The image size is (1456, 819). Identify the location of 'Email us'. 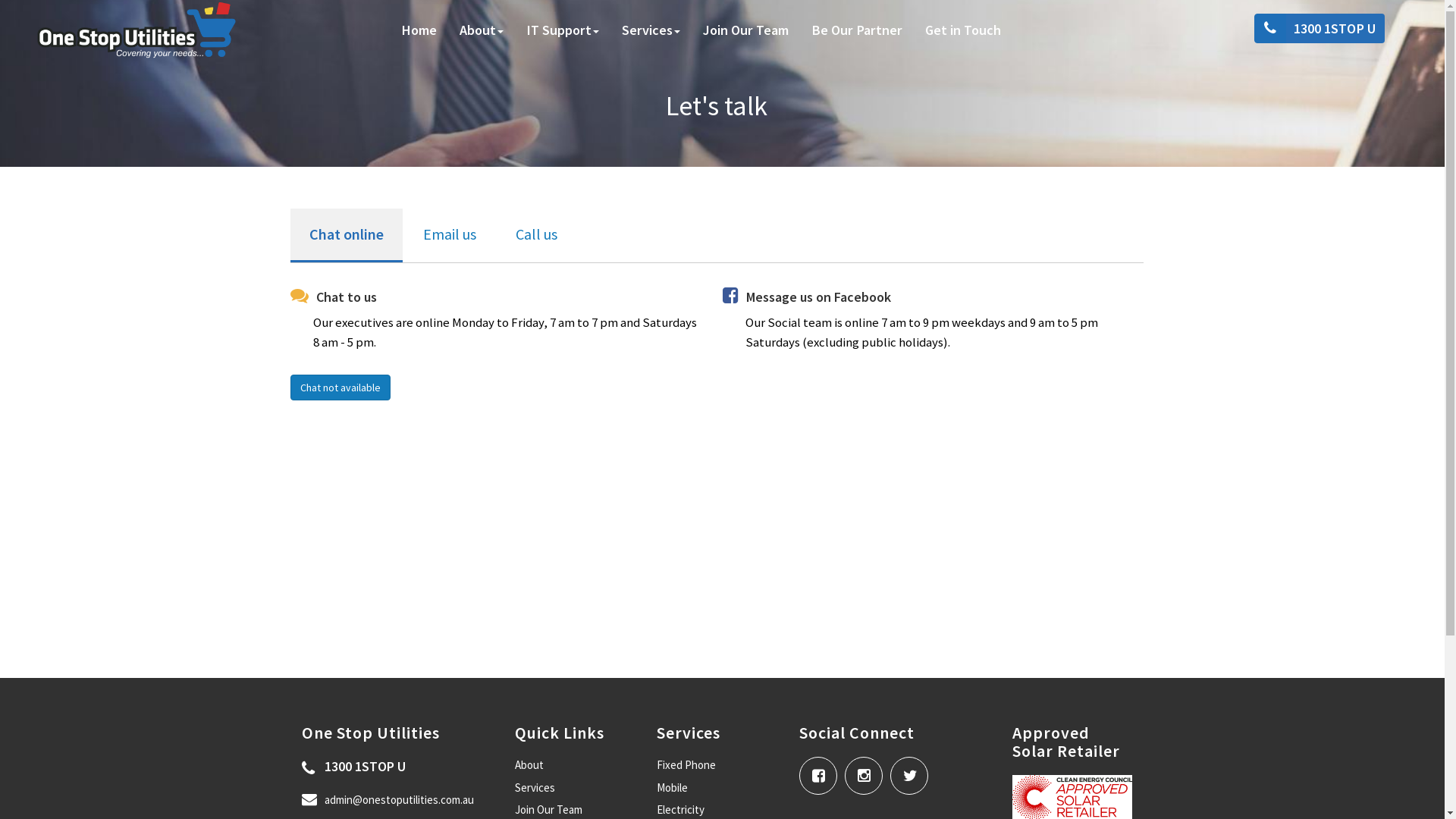
(447, 234).